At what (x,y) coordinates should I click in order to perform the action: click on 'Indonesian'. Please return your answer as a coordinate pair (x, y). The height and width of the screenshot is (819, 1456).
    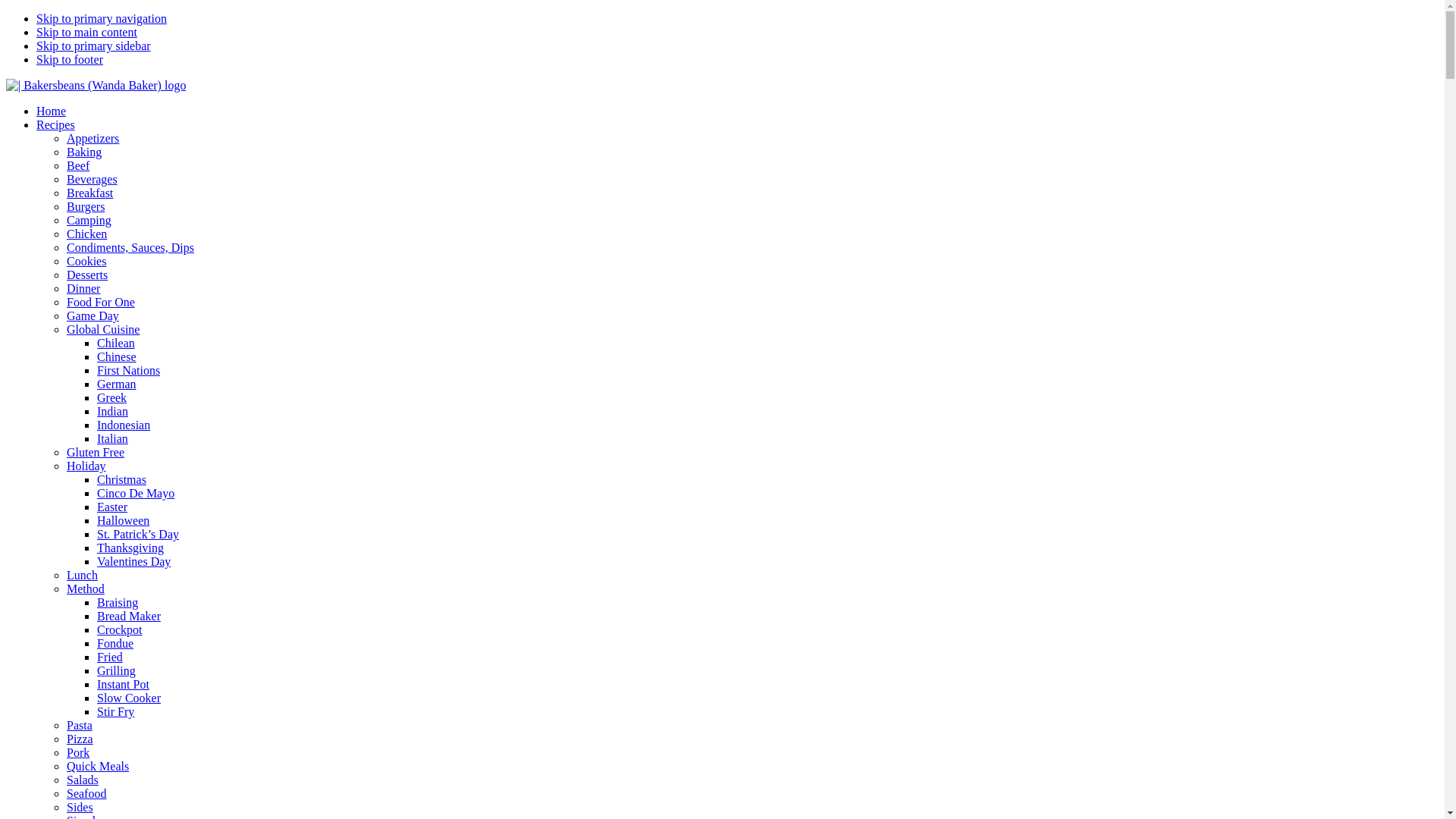
    Looking at the image, I should click on (124, 425).